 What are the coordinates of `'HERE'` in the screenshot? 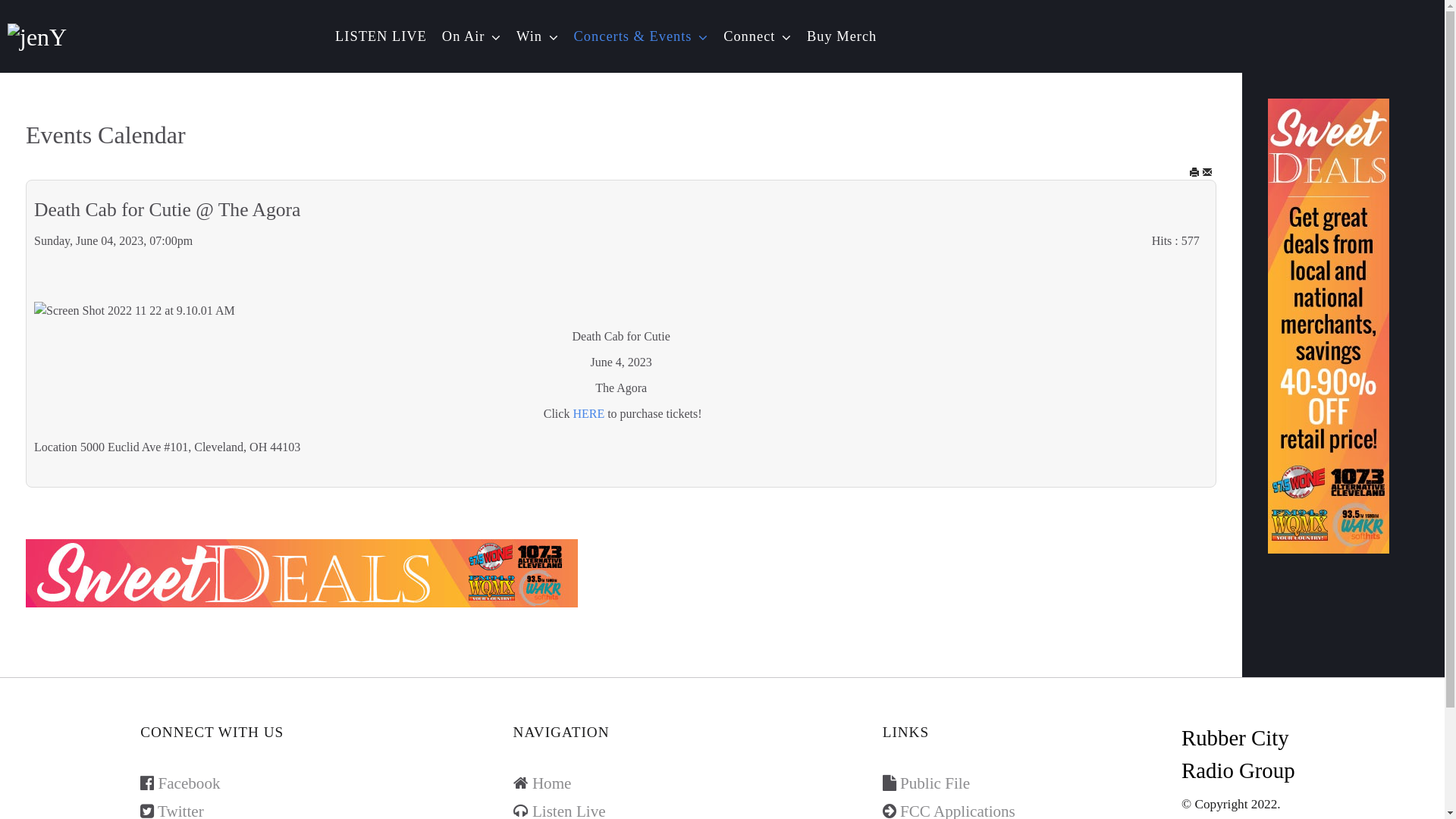 It's located at (571, 413).